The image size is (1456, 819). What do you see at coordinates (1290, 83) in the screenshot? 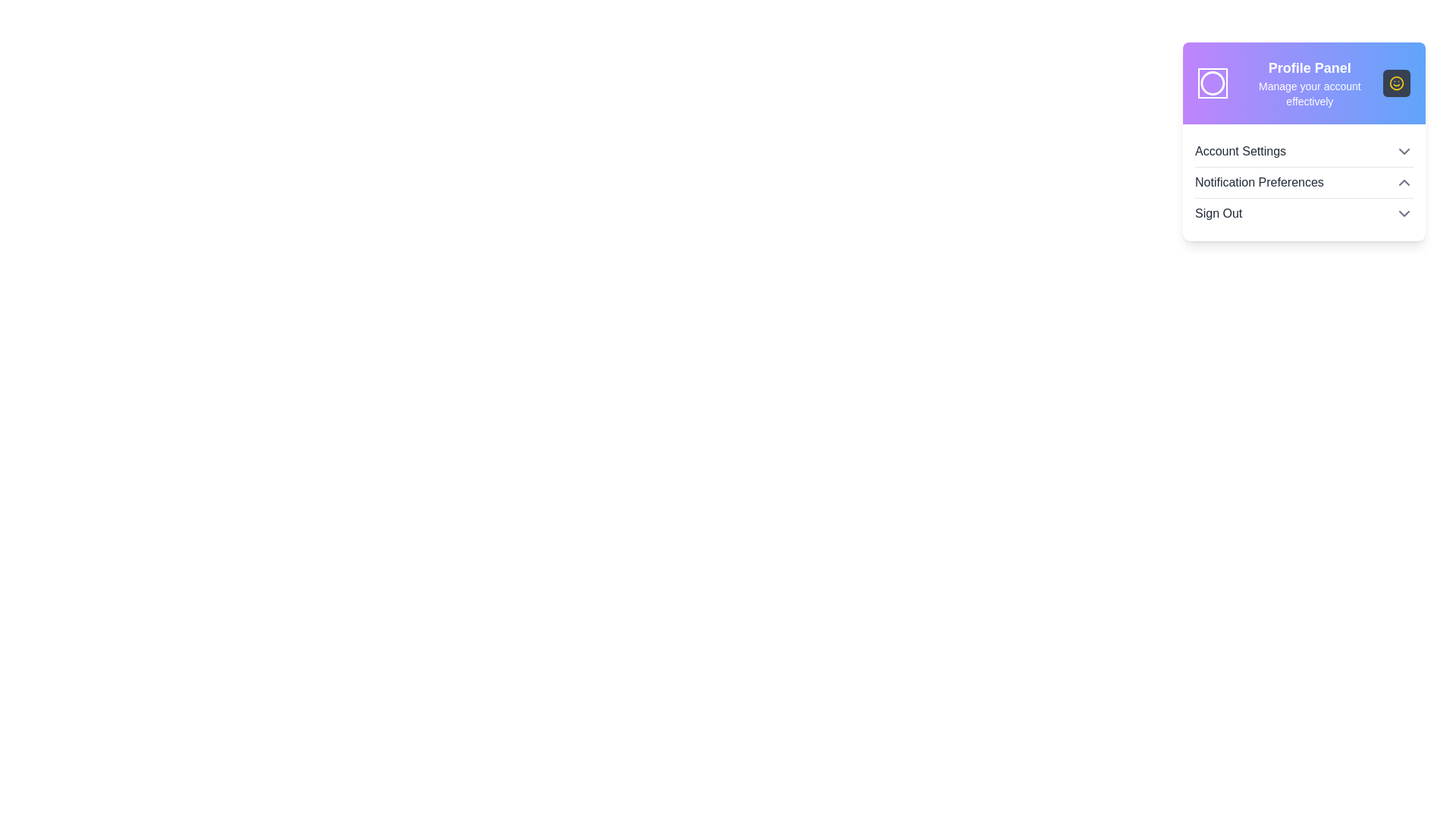
I see `the icon in the header of the profile panel` at bounding box center [1290, 83].